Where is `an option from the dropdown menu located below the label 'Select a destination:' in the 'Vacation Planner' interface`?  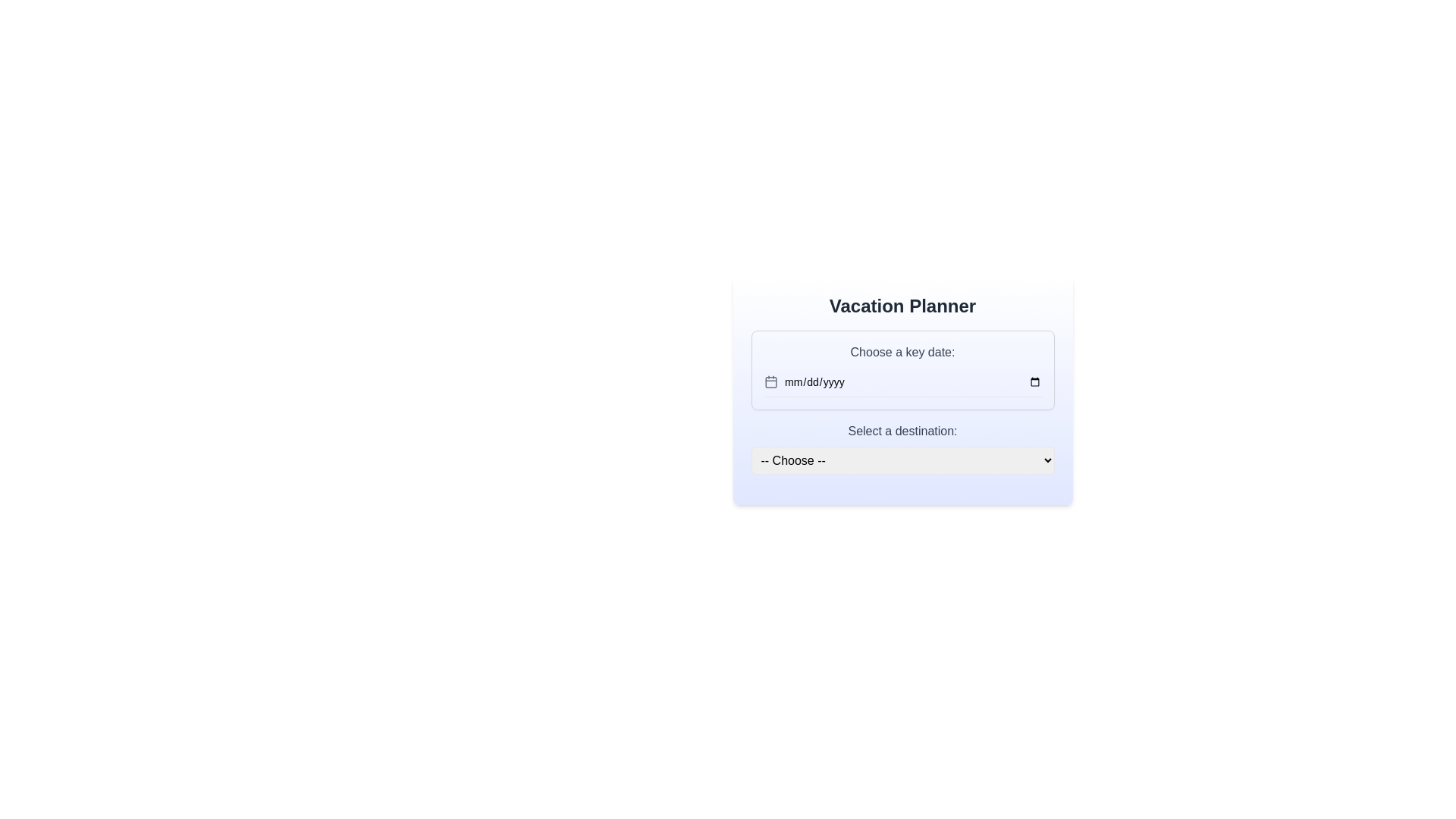 an option from the dropdown menu located below the label 'Select a destination:' in the 'Vacation Planner' interface is located at coordinates (902, 447).